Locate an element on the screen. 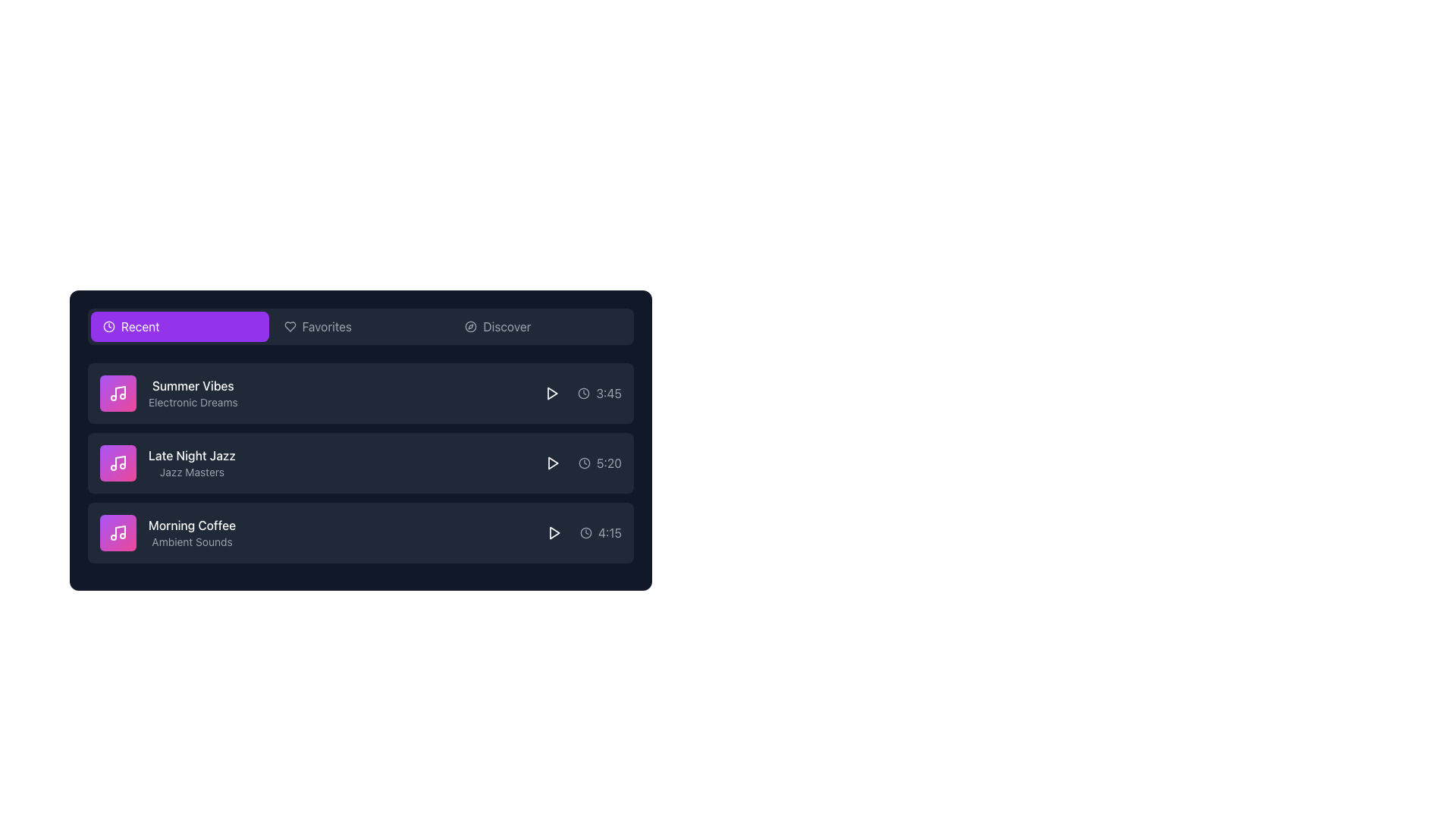 Image resolution: width=1456 pixels, height=819 pixels. the interactive list item labeled 'Late Night Jazz' by 'Jazz Masters' is located at coordinates (359, 462).